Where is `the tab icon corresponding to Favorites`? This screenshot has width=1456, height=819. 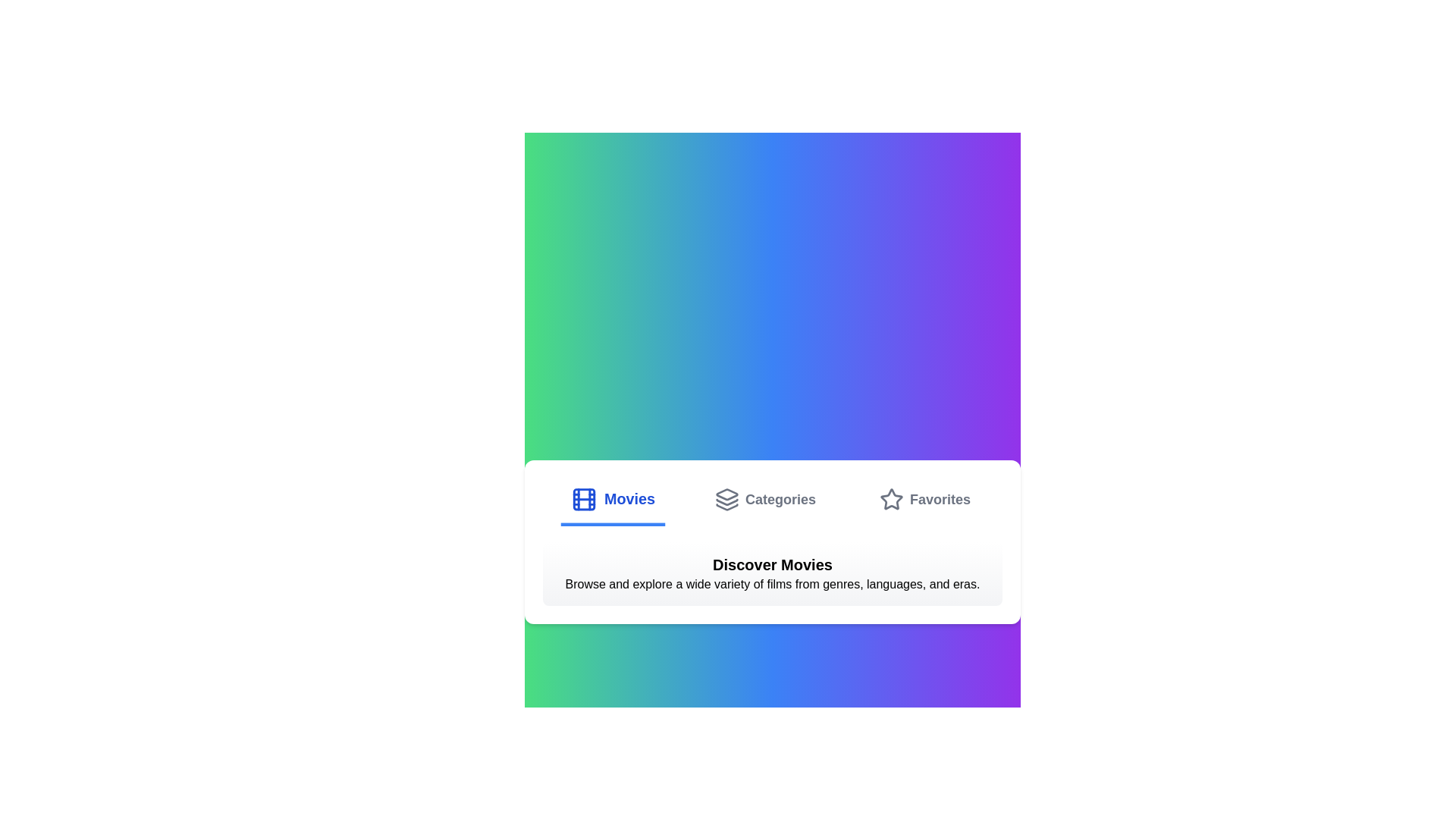 the tab icon corresponding to Favorites is located at coordinates (887, 500).